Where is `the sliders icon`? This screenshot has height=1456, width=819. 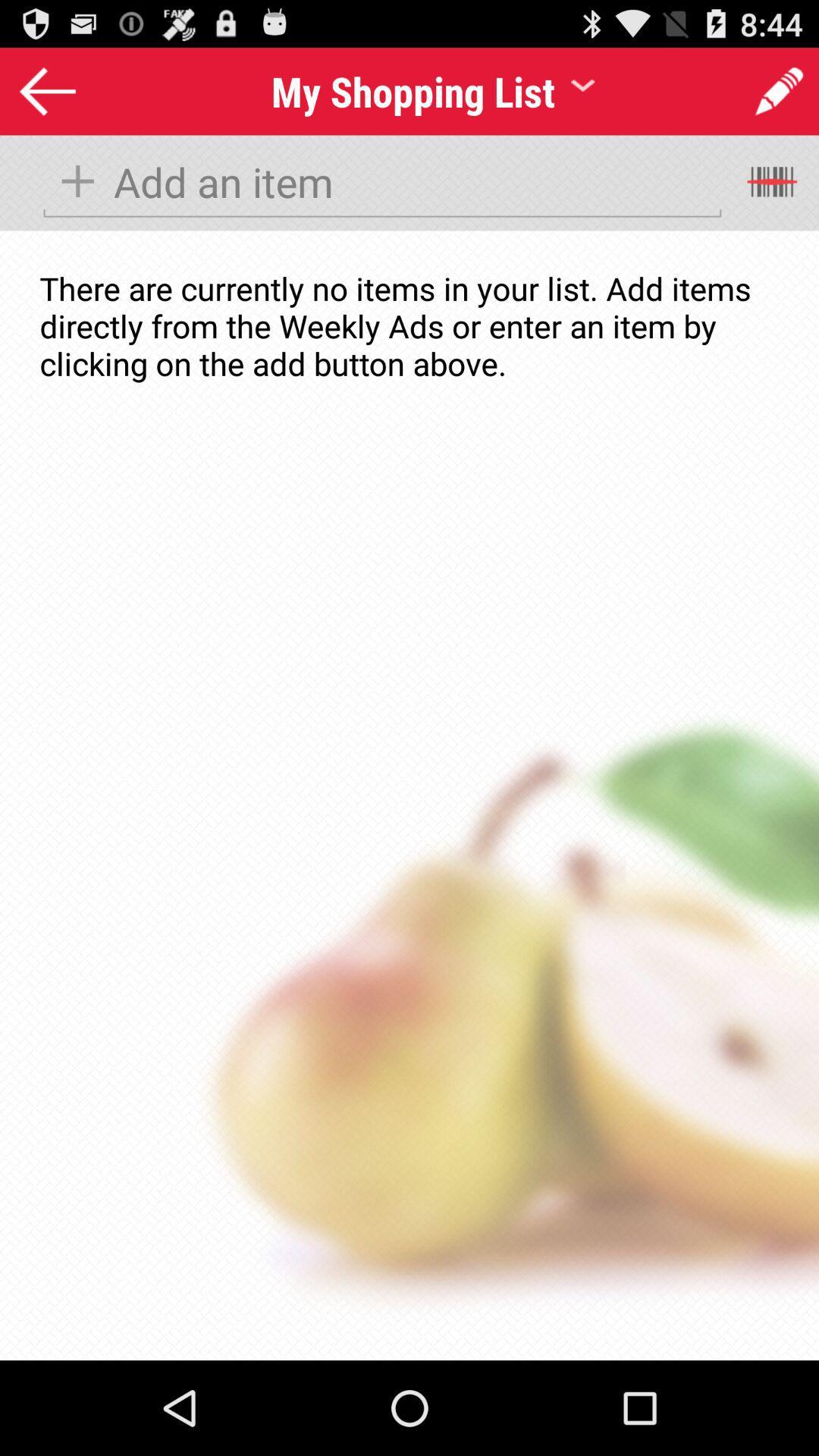 the sliders icon is located at coordinates (773, 195).